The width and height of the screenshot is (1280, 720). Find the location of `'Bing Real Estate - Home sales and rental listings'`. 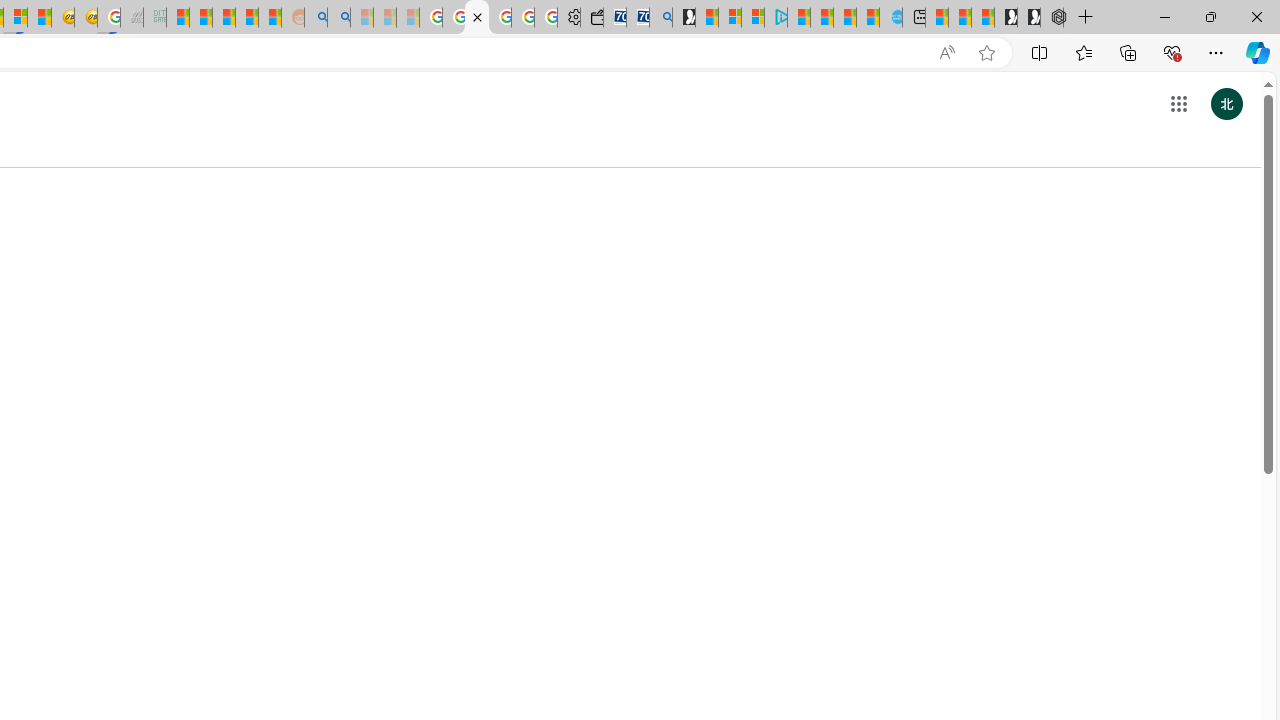

'Bing Real Estate - Home sales and rental listings' is located at coordinates (661, 17).